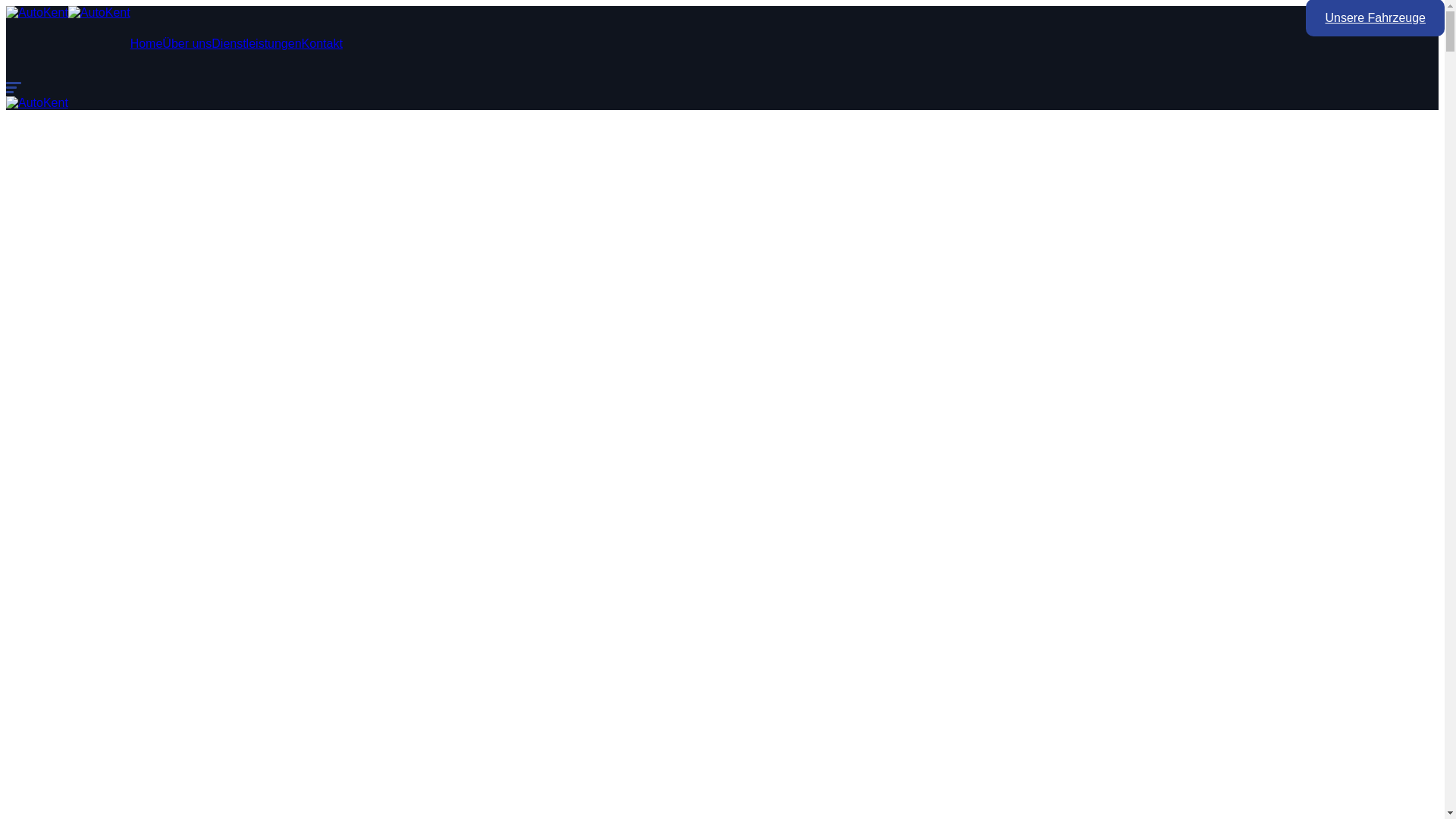 The width and height of the screenshot is (1456, 819). Describe the element at coordinates (322, 42) in the screenshot. I see `'Kontakt'` at that location.